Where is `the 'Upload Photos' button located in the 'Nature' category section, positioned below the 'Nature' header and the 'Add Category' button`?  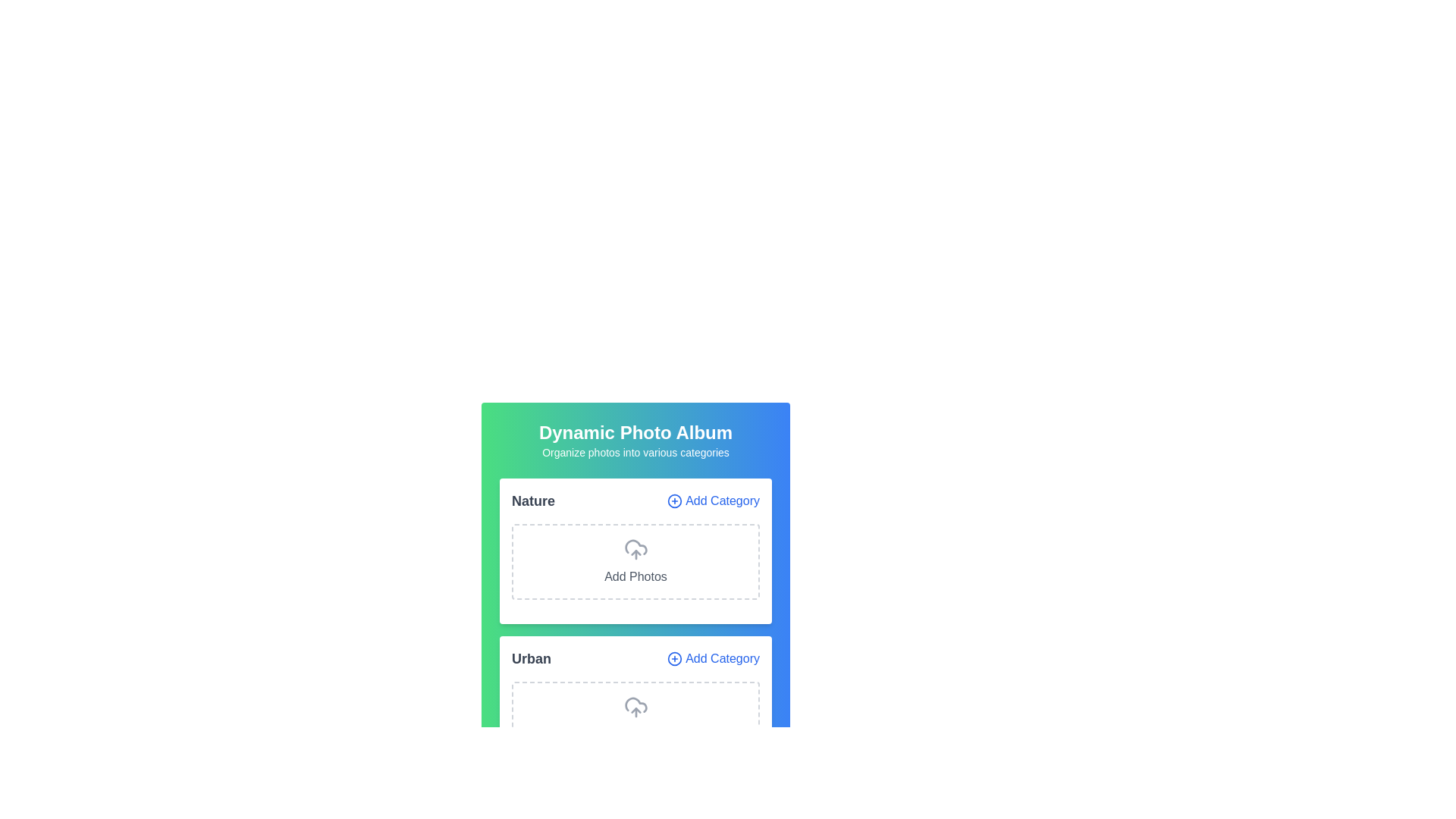
the 'Upload Photos' button located in the 'Nature' category section, positioned below the 'Nature' header and the 'Add Category' button is located at coordinates (635, 561).